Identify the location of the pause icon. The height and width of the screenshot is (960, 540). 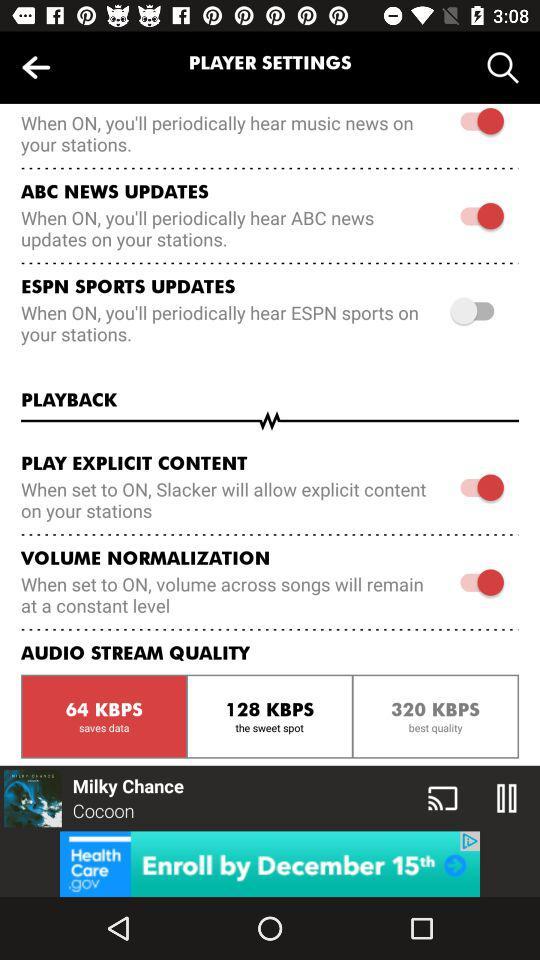
(507, 798).